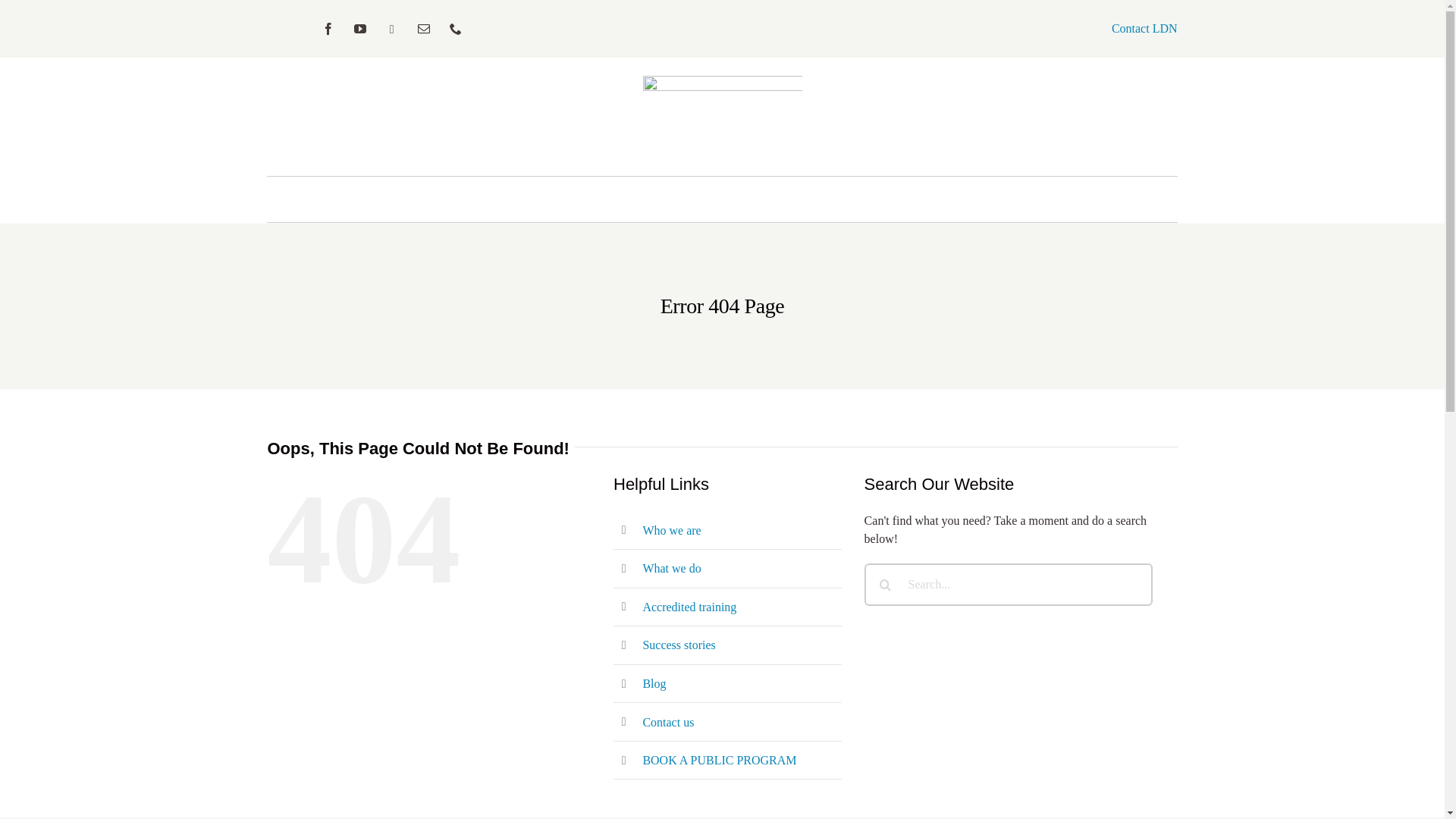  Describe the element at coordinates (688, 606) in the screenshot. I see `'Accredited training'` at that location.